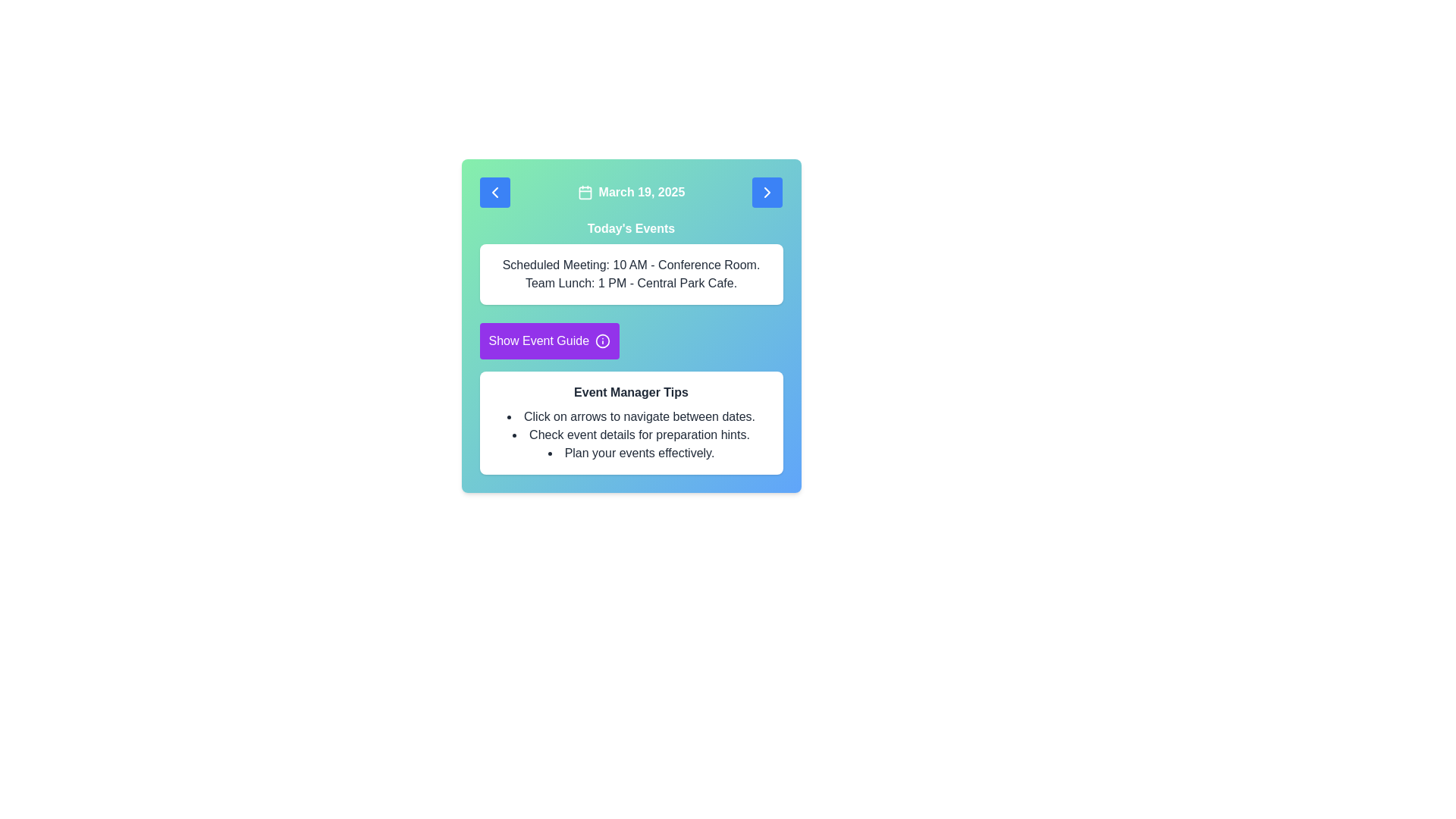 This screenshot has width=1456, height=819. I want to click on the date section icon located to the left of the text 'March 19, 2025' at the top center of the interface, so click(584, 192).